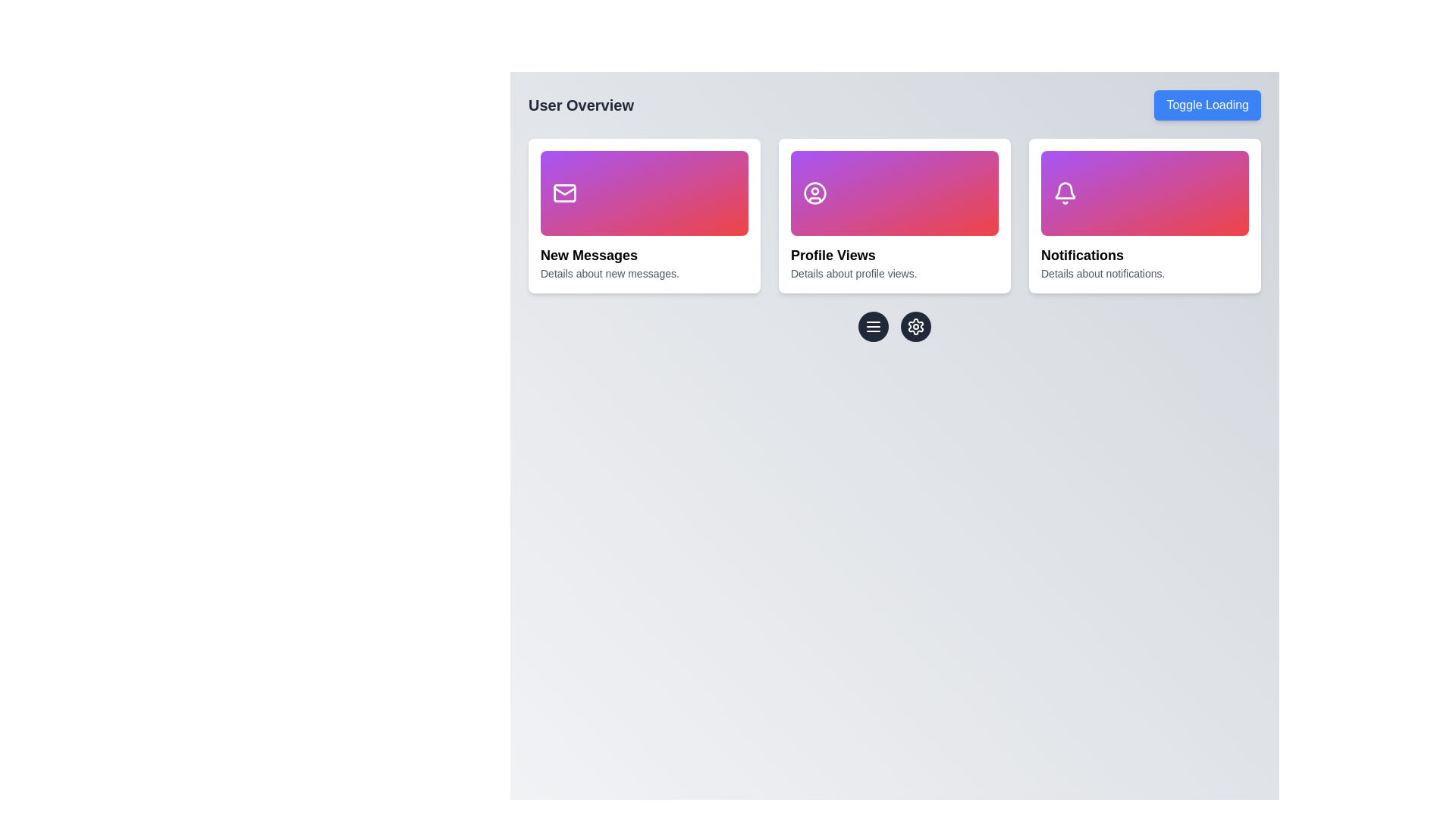  Describe the element at coordinates (915, 326) in the screenshot. I see `the circular settings button with a white gear icon at its center, located at the bottom center of the interface` at that location.